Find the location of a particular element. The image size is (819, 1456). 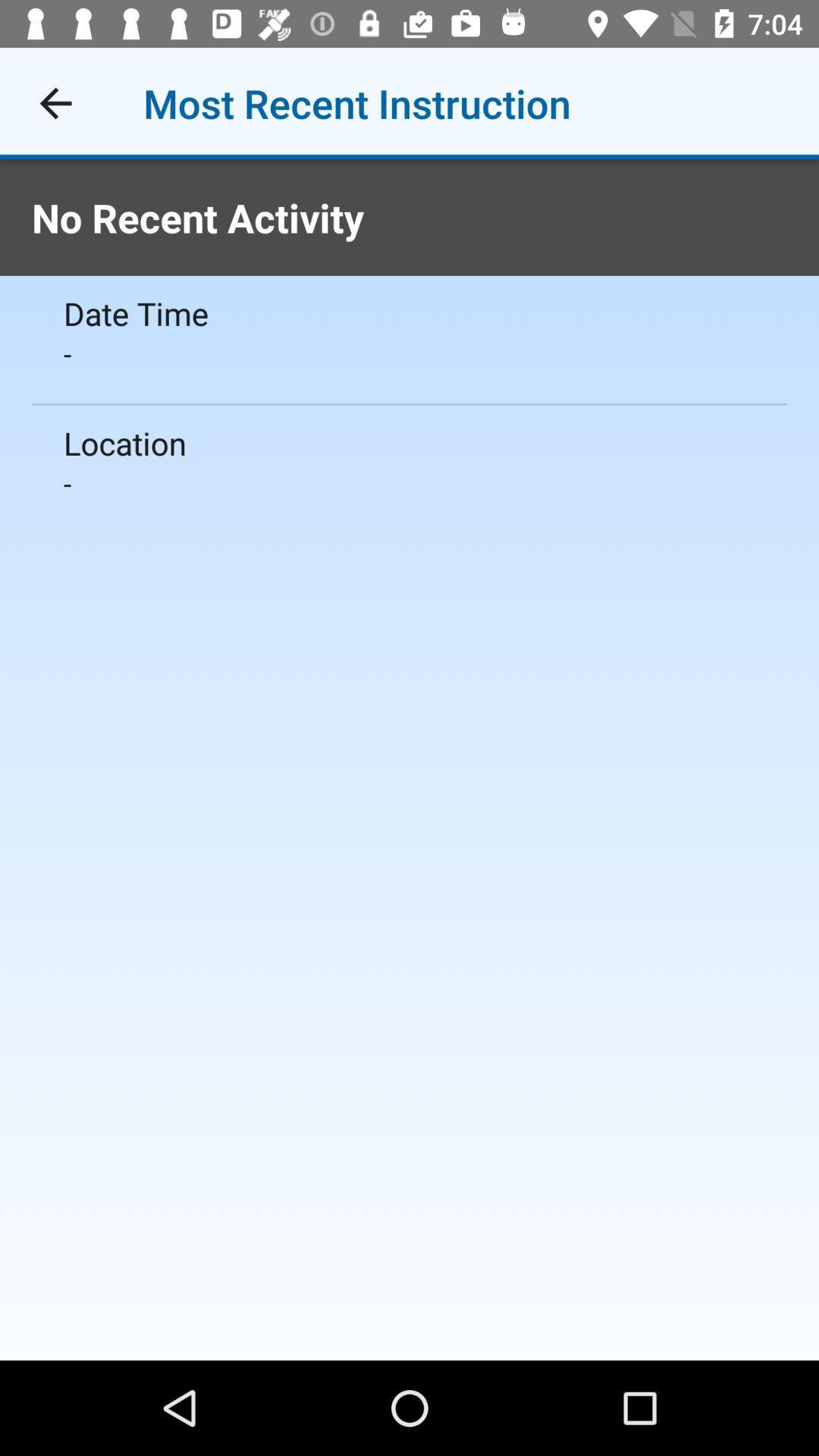

icon below the no recent activity item is located at coordinates (409, 312).